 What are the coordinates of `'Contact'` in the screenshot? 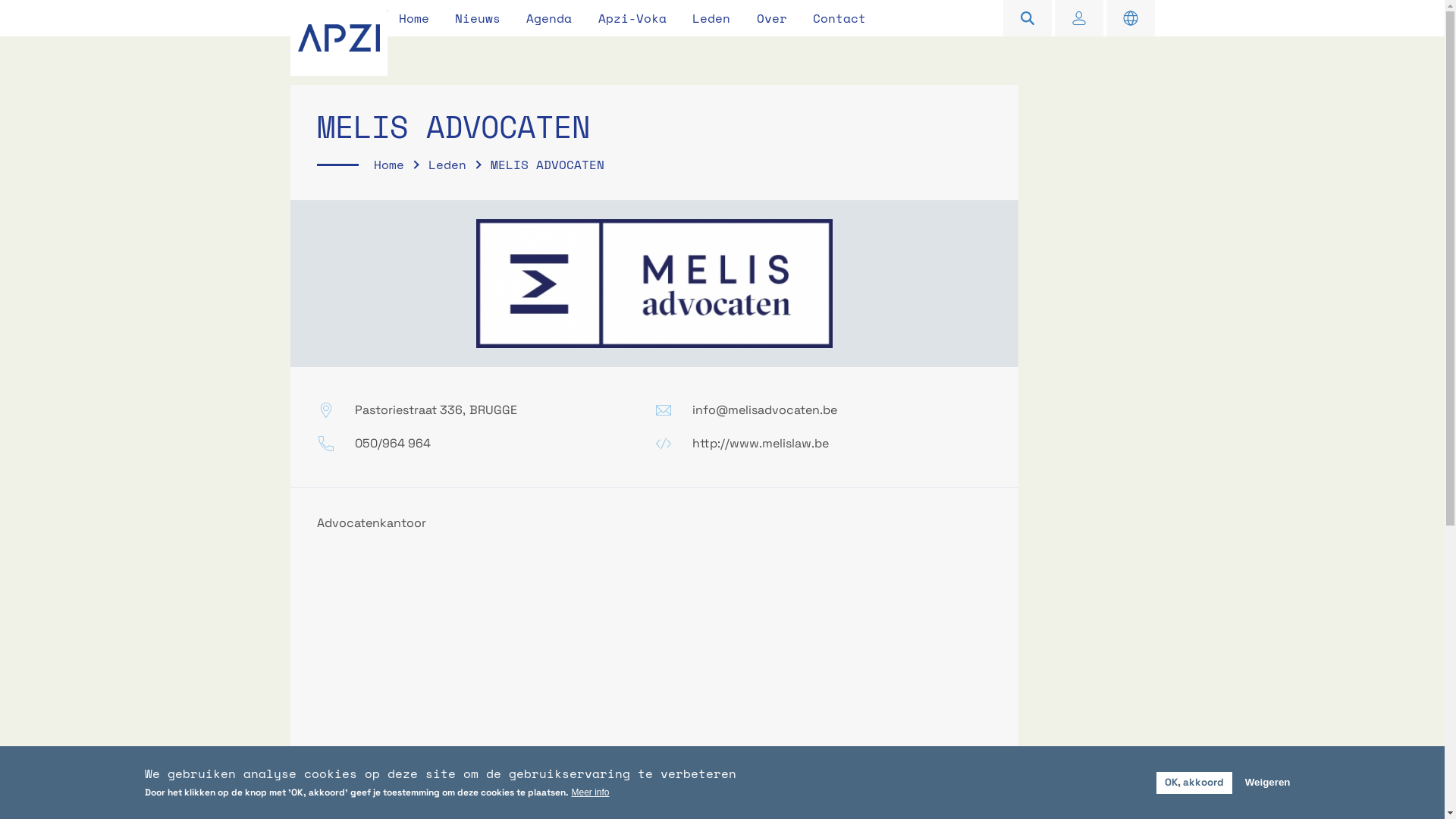 It's located at (839, 17).